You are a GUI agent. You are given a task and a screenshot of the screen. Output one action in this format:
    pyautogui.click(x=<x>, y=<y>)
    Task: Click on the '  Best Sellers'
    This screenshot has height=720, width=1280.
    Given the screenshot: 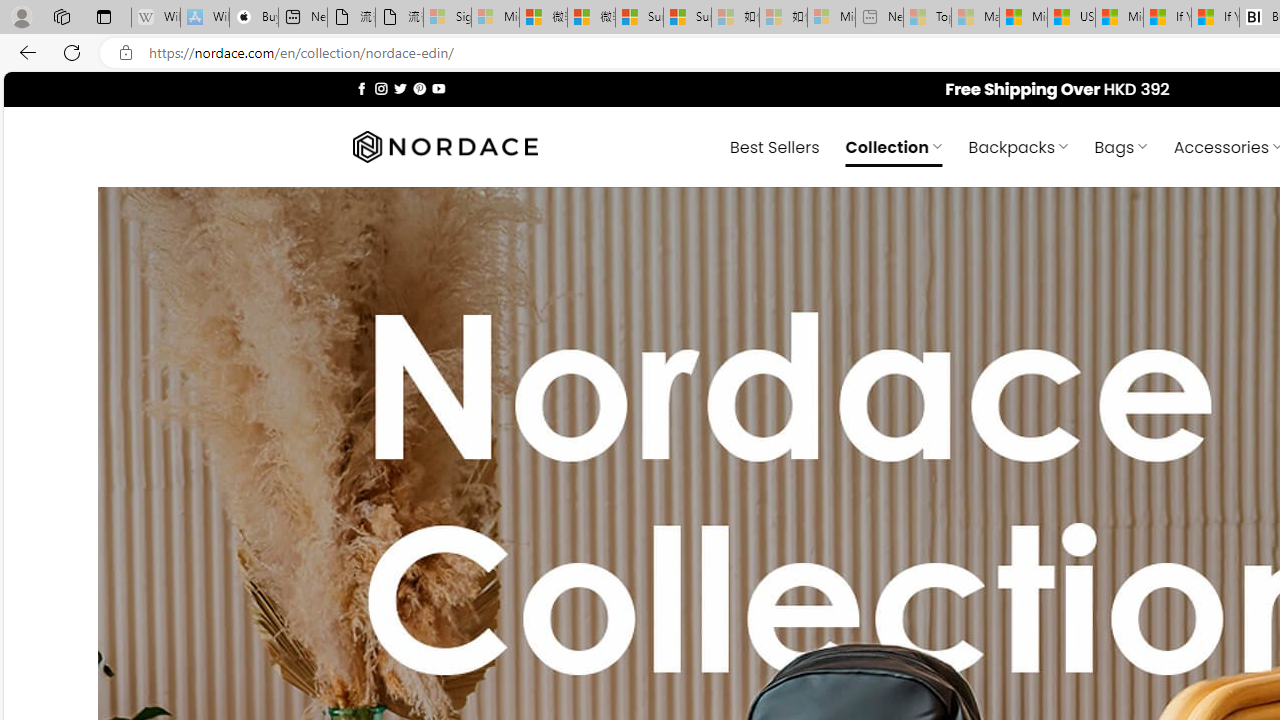 What is the action you would take?
    pyautogui.click(x=774, y=145)
    